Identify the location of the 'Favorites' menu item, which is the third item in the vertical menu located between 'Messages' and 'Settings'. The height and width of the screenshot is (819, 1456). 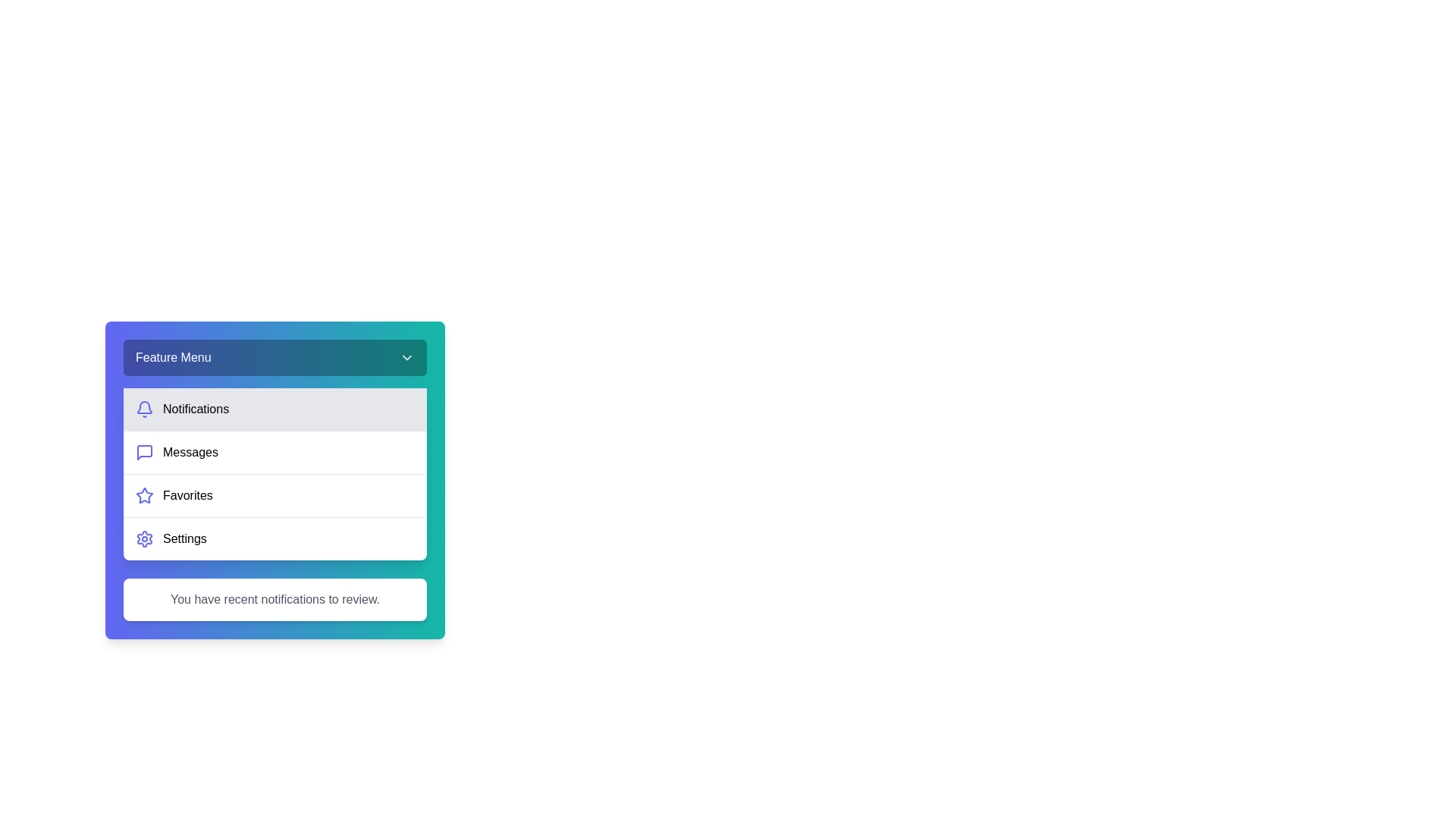
(275, 494).